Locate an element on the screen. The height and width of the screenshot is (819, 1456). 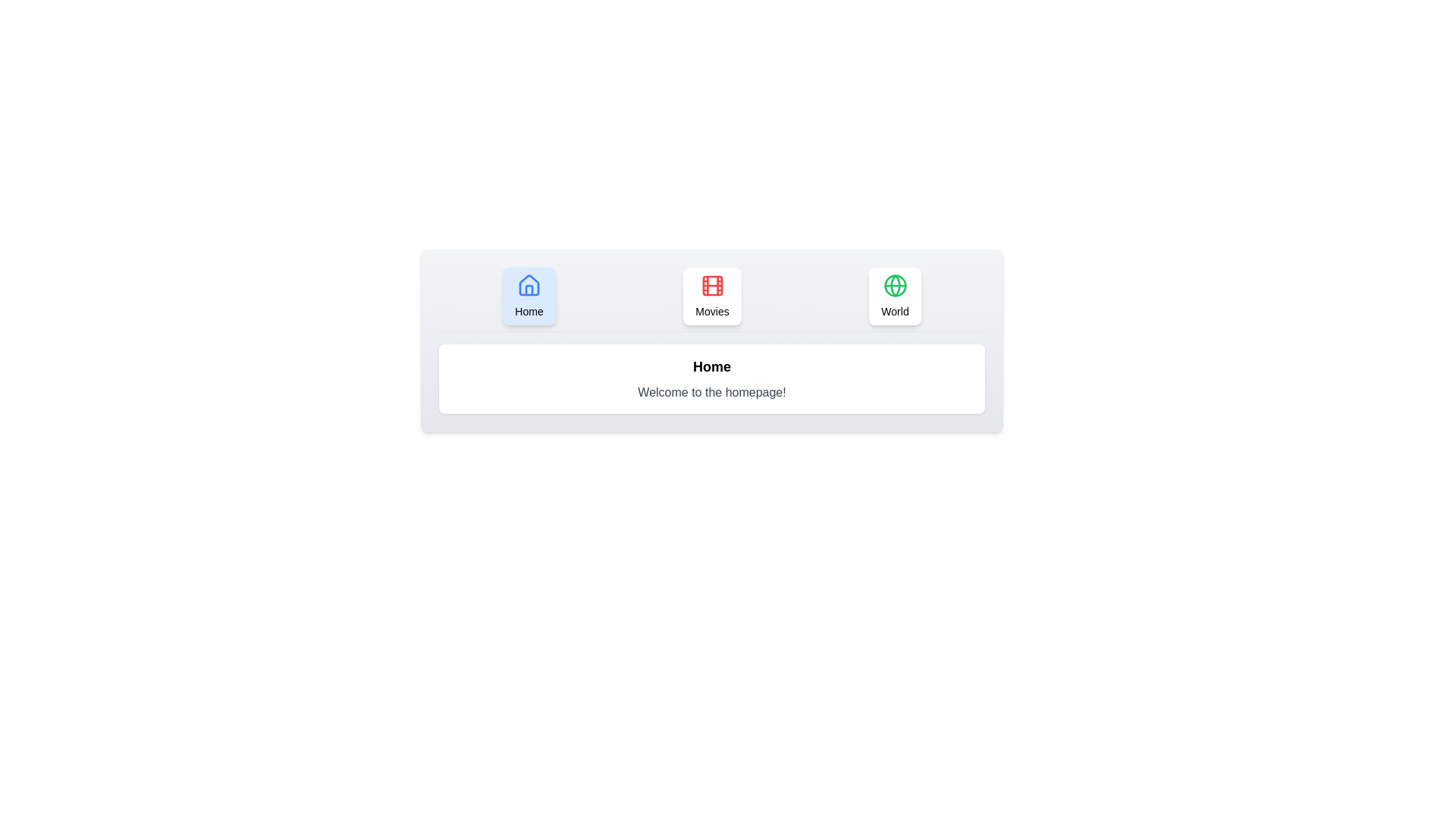
the tab labeled Home to view its content is located at coordinates (529, 296).